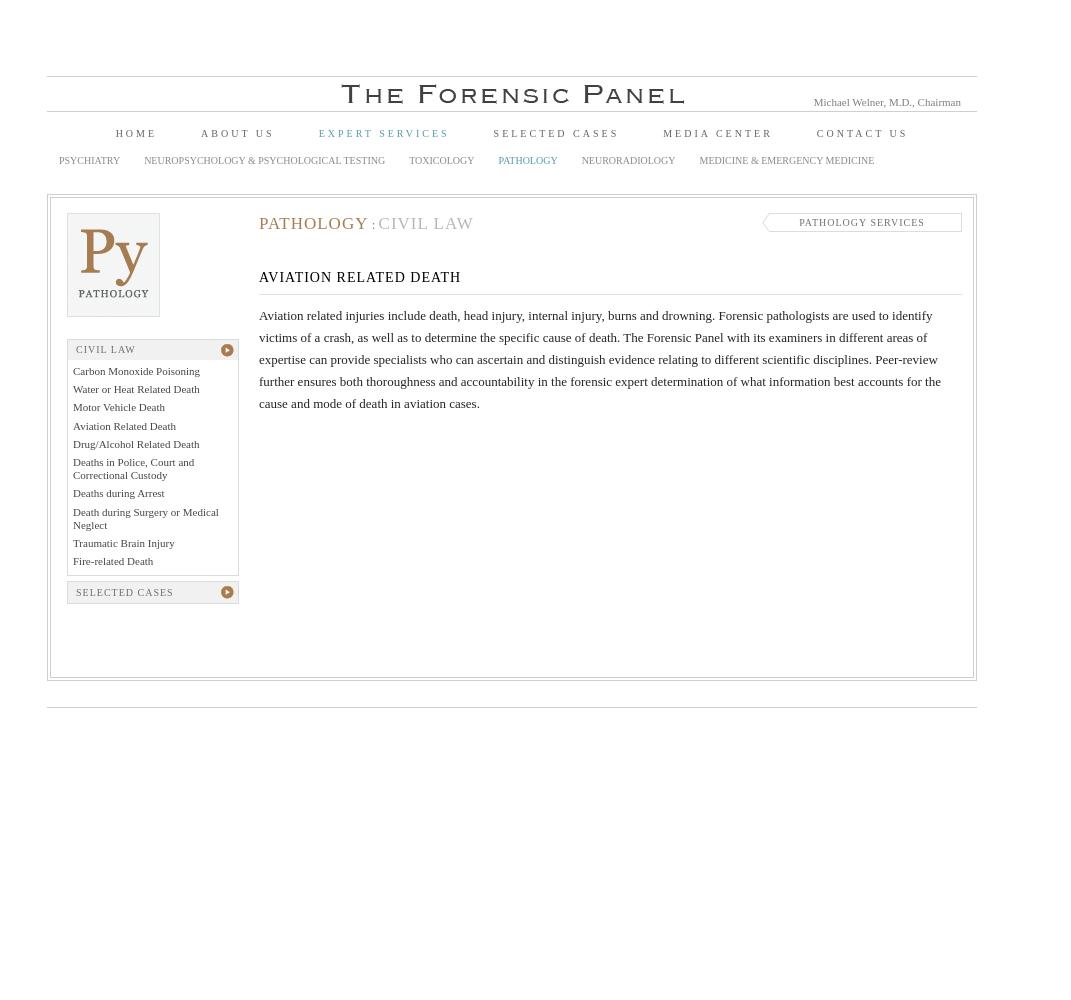 The width and height of the screenshot is (1071, 1000). What do you see at coordinates (115, 133) in the screenshot?
I see `'Home'` at bounding box center [115, 133].